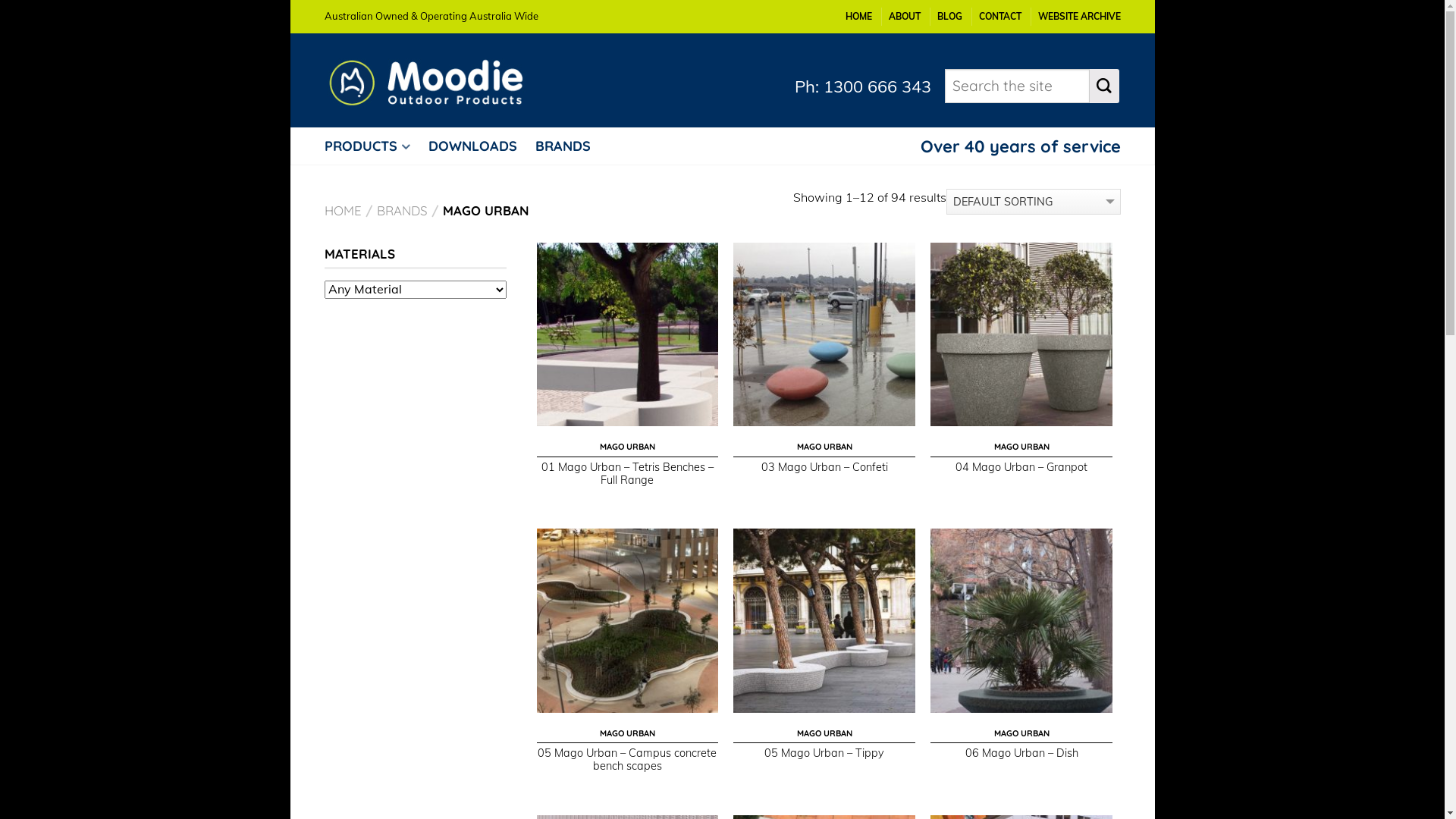 The height and width of the screenshot is (819, 1456). What do you see at coordinates (949, 16) in the screenshot?
I see `'BLOG'` at bounding box center [949, 16].